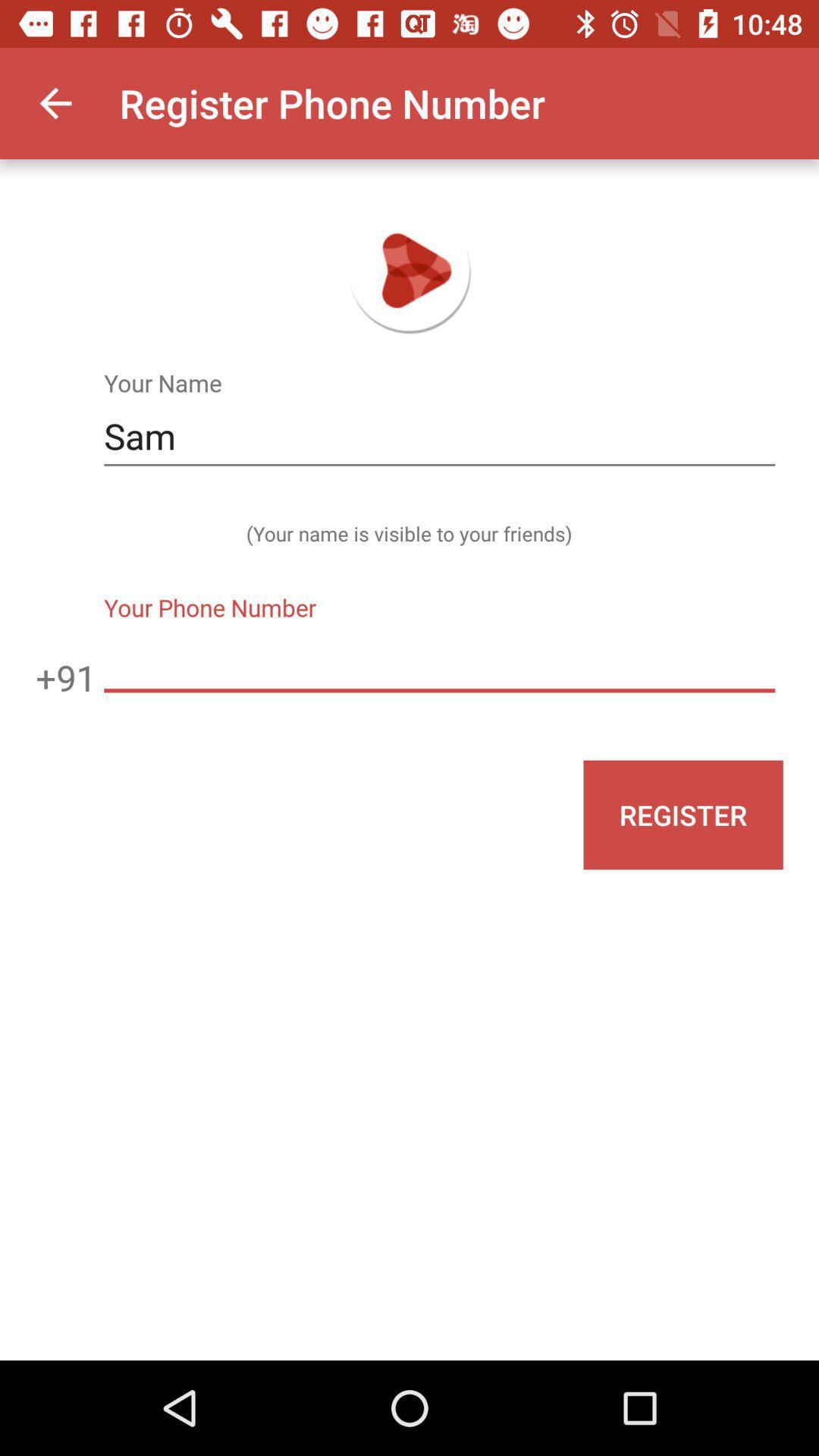 The width and height of the screenshot is (819, 1456). I want to click on icon to the left of register phone number icon, so click(55, 102).